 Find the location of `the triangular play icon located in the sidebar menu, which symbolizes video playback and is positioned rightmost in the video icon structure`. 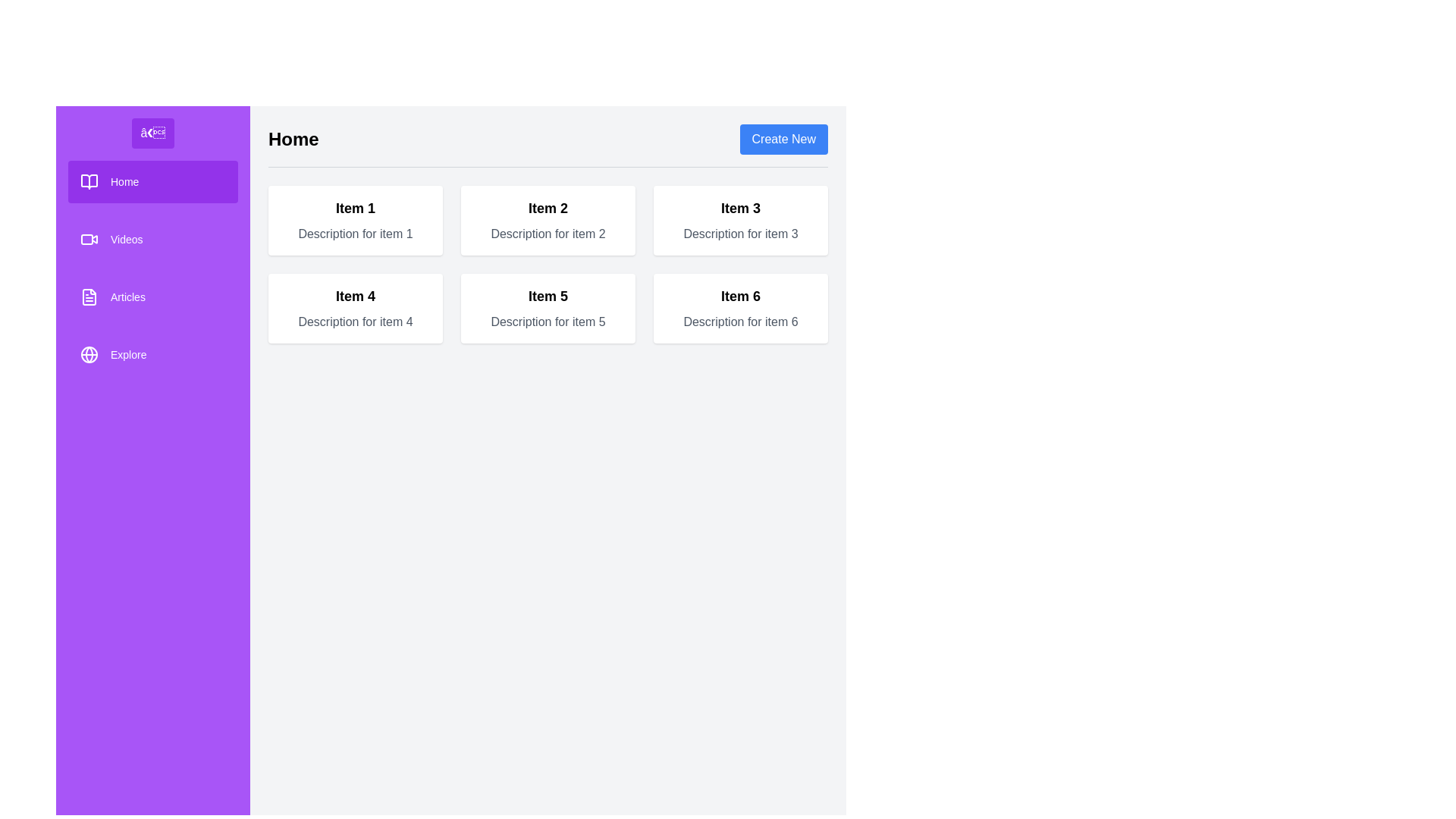

the triangular play icon located in the sidebar menu, which symbolizes video playback and is positioned rightmost in the video icon structure is located at coordinates (93, 239).